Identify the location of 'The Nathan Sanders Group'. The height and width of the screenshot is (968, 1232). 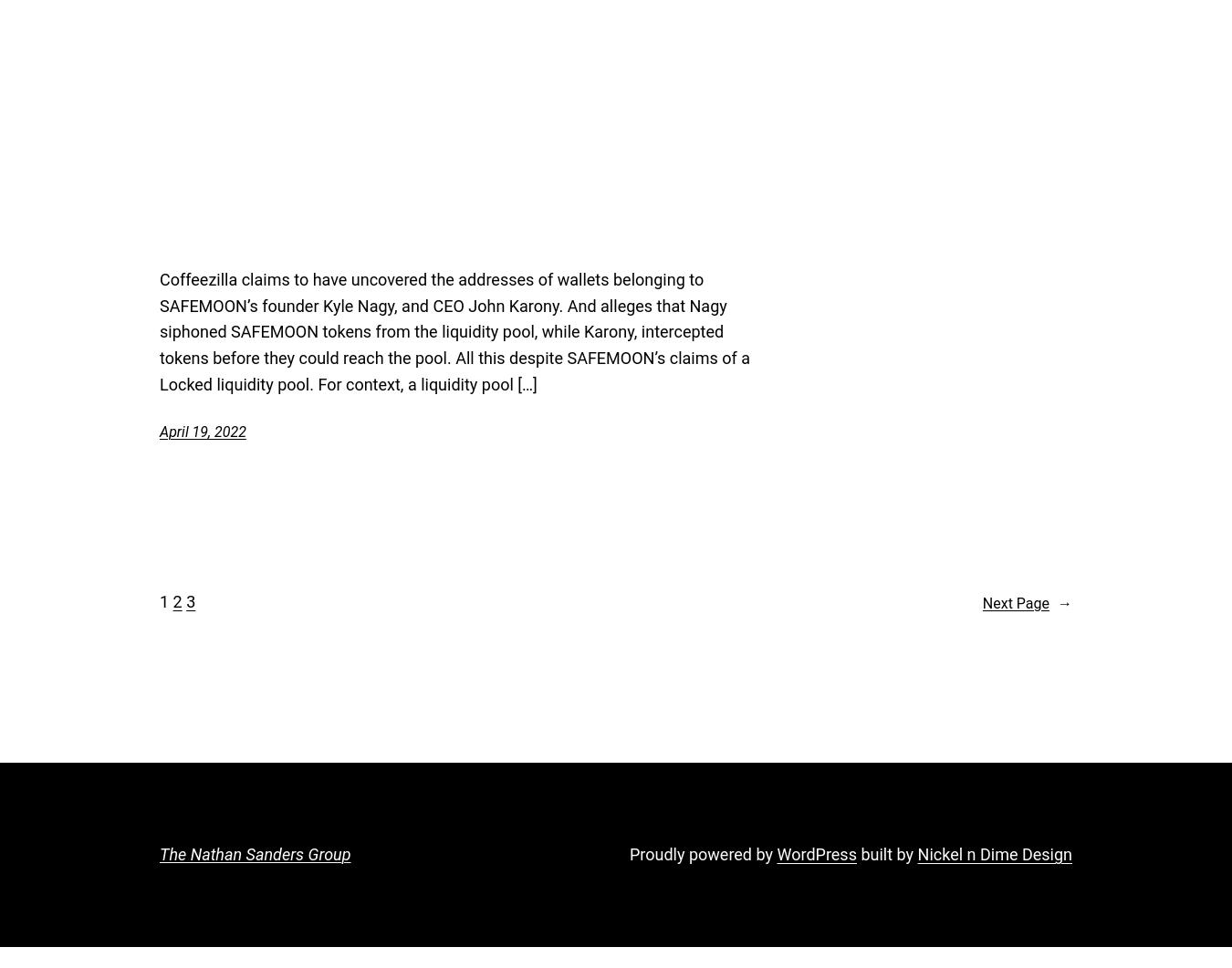
(254, 852).